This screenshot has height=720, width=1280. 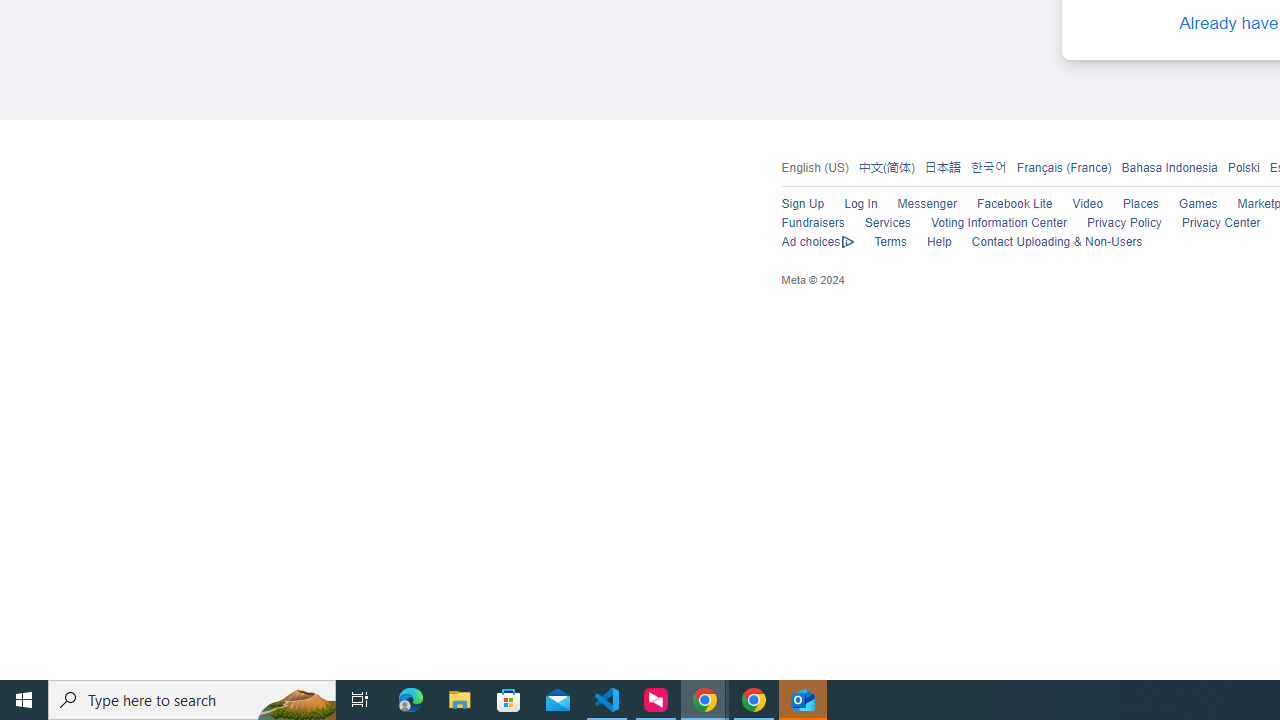 I want to click on 'Terms', so click(x=889, y=241).